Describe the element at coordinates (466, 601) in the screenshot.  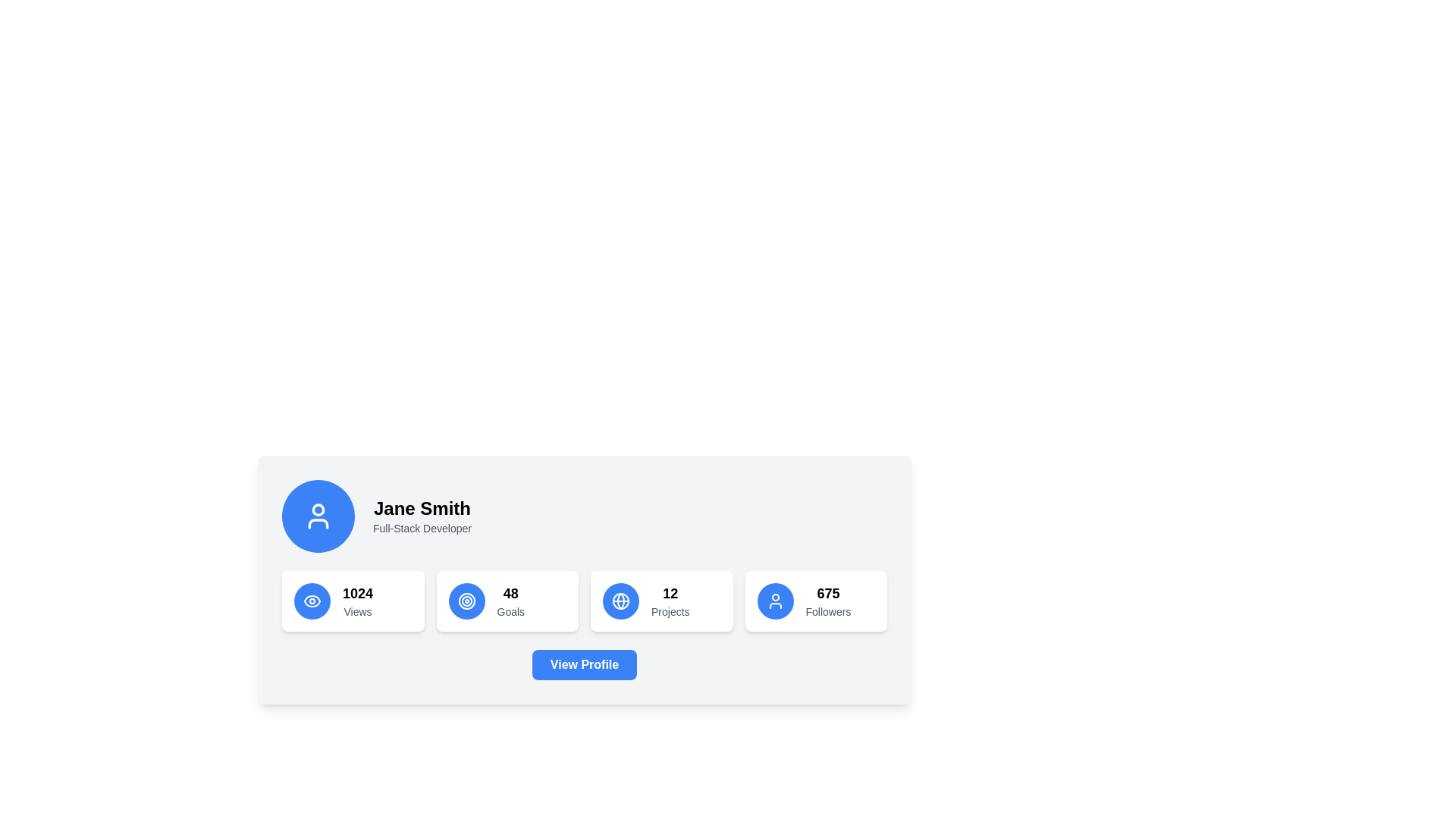
I see `outermost boundary circle of the blue target icon located in the second column of the statistics row of the user card, situated between the 'Views' and 'Projects' icons` at that location.